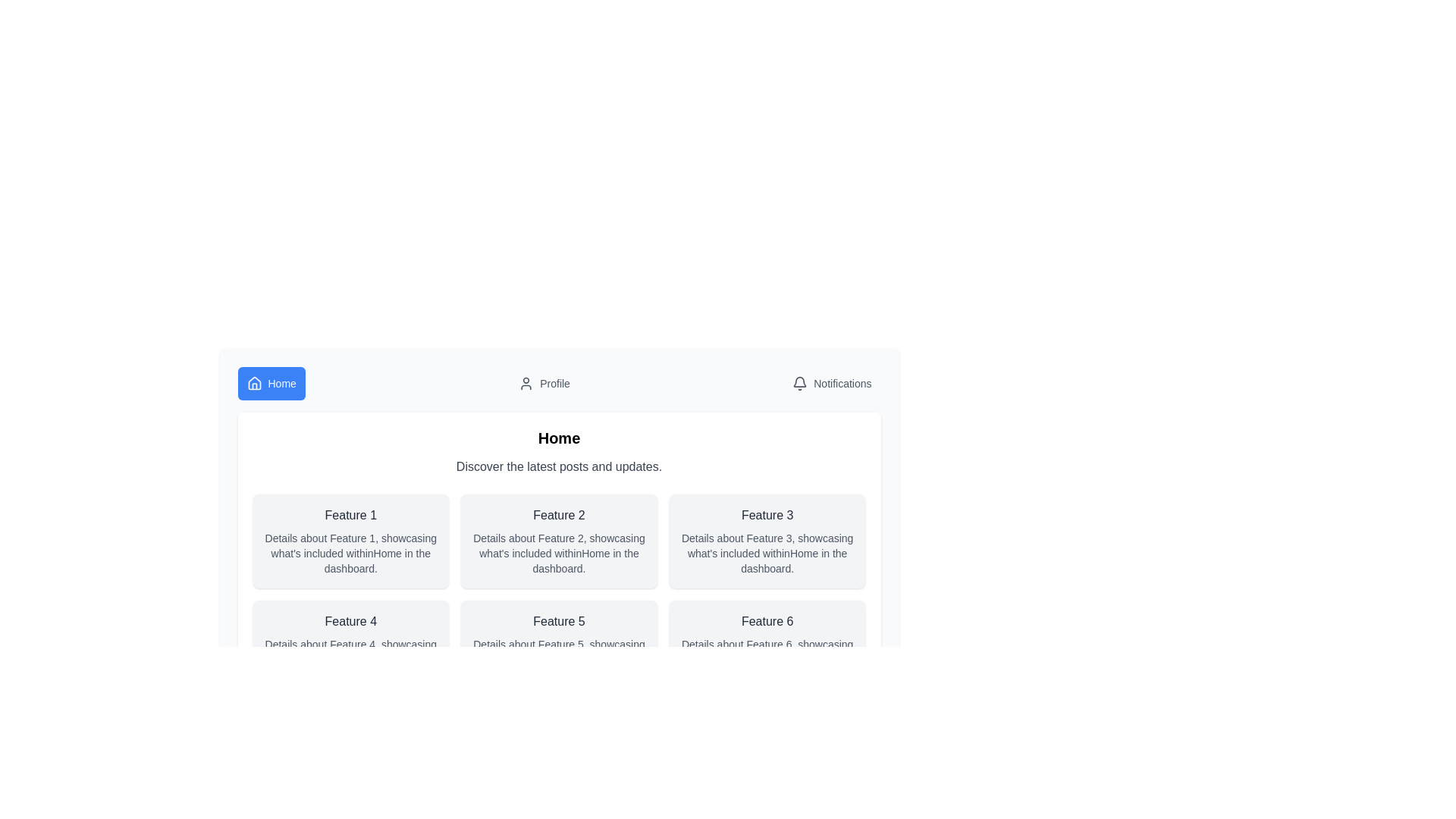 The height and width of the screenshot is (819, 1456). I want to click on the Home navigation button located in the top-left corner of the interface, so click(271, 382).